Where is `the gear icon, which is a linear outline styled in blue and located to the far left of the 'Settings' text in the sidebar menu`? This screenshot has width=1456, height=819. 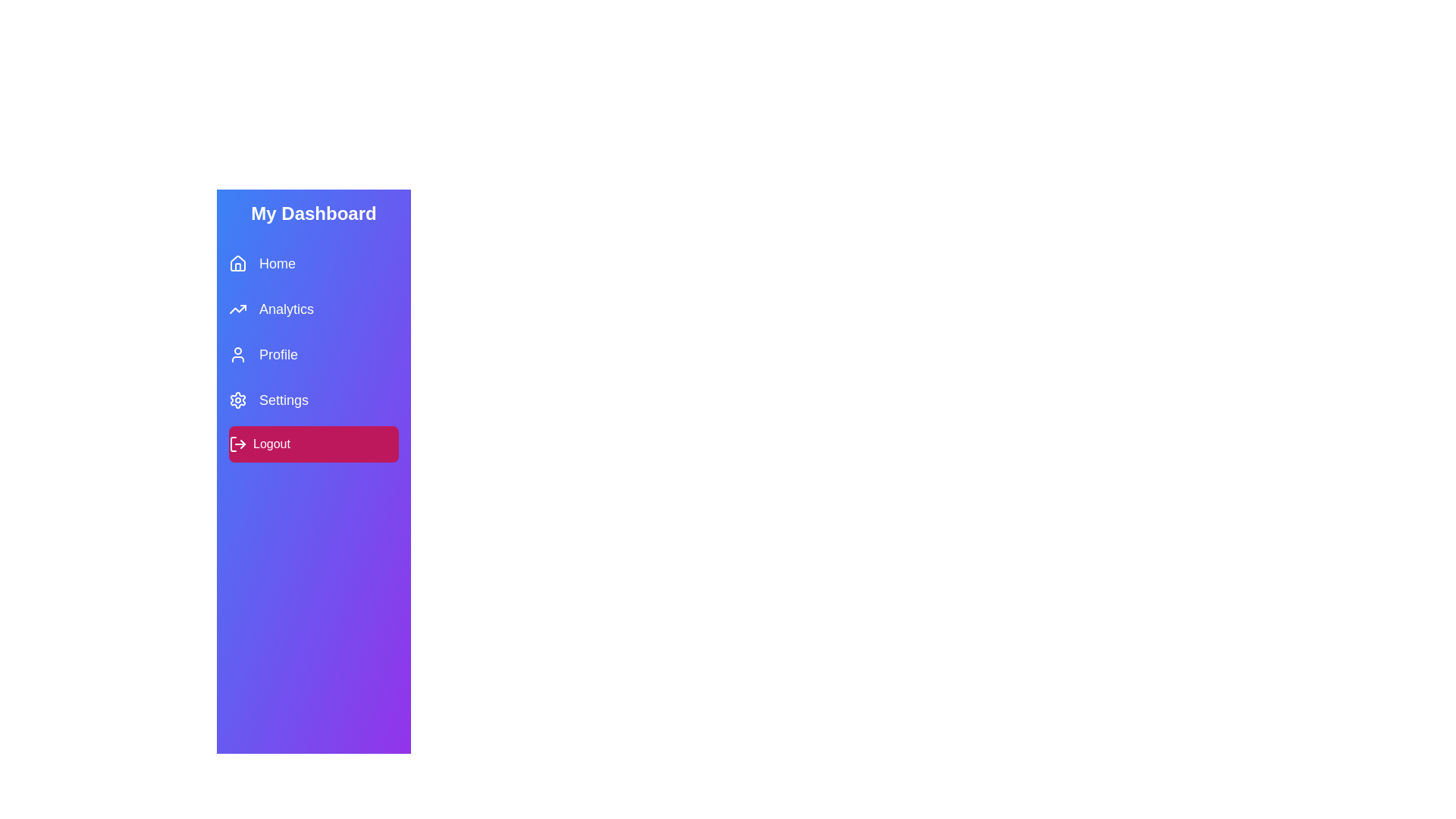 the gear icon, which is a linear outline styled in blue and located to the far left of the 'Settings' text in the sidebar menu is located at coordinates (237, 400).